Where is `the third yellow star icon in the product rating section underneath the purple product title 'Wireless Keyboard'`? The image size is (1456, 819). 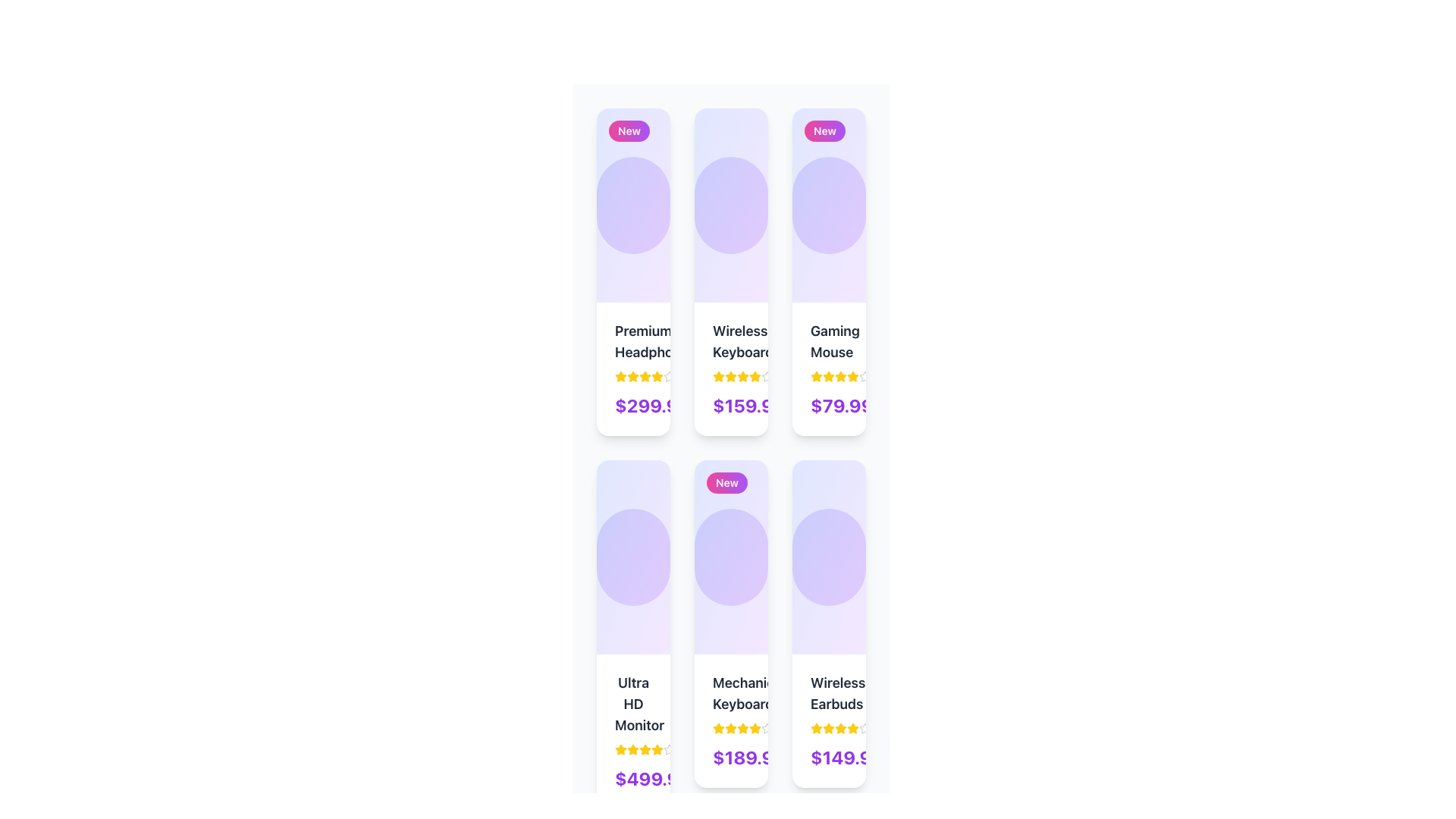
the third yellow star icon in the product rating section underneath the purple product title 'Wireless Keyboard' is located at coordinates (731, 376).